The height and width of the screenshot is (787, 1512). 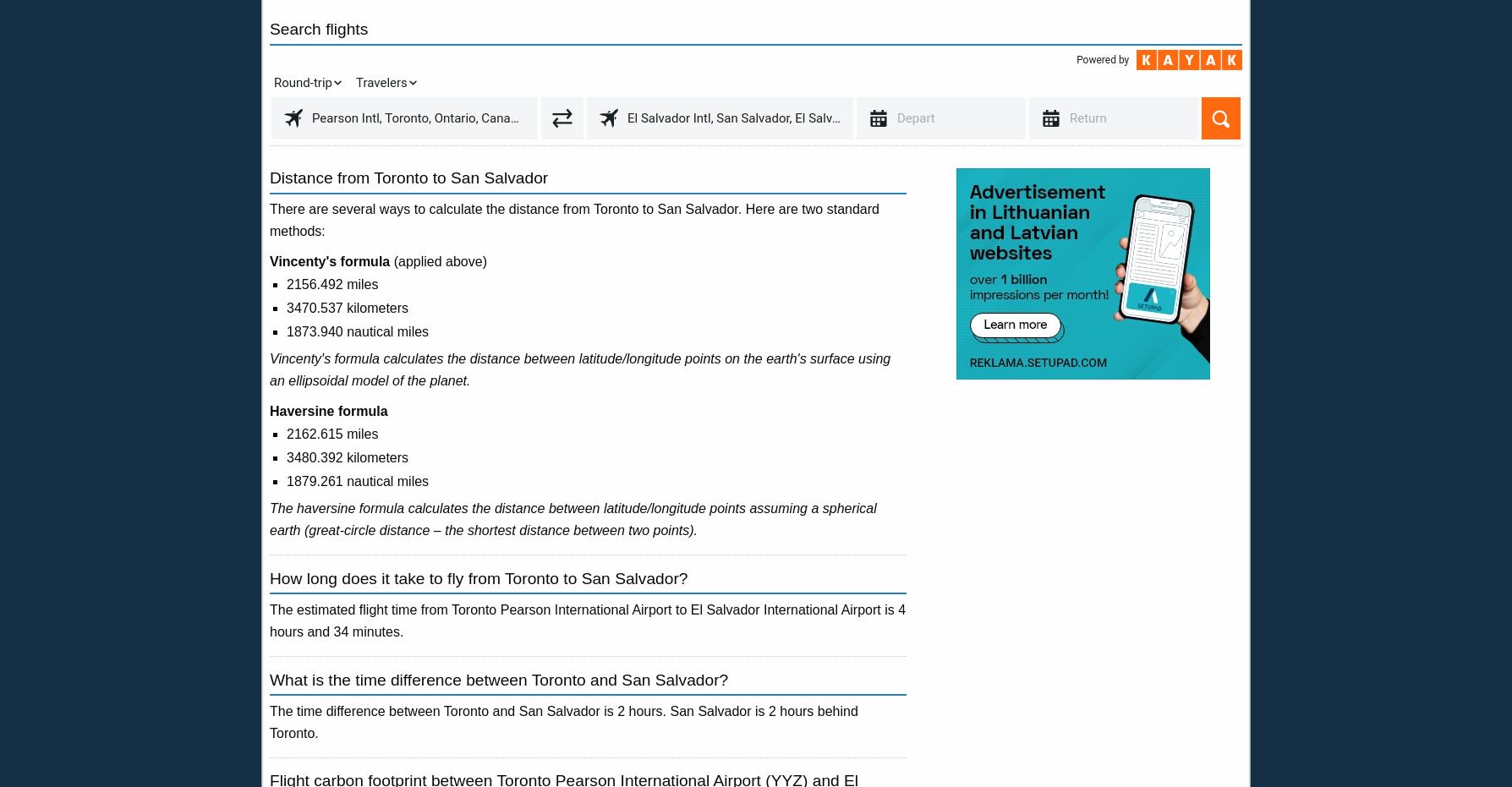 What do you see at coordinates (499, 678) in the screenshot?
I see `'What is the time difference between Toronto and San Salvador?'` at bounding box center [499, 678].